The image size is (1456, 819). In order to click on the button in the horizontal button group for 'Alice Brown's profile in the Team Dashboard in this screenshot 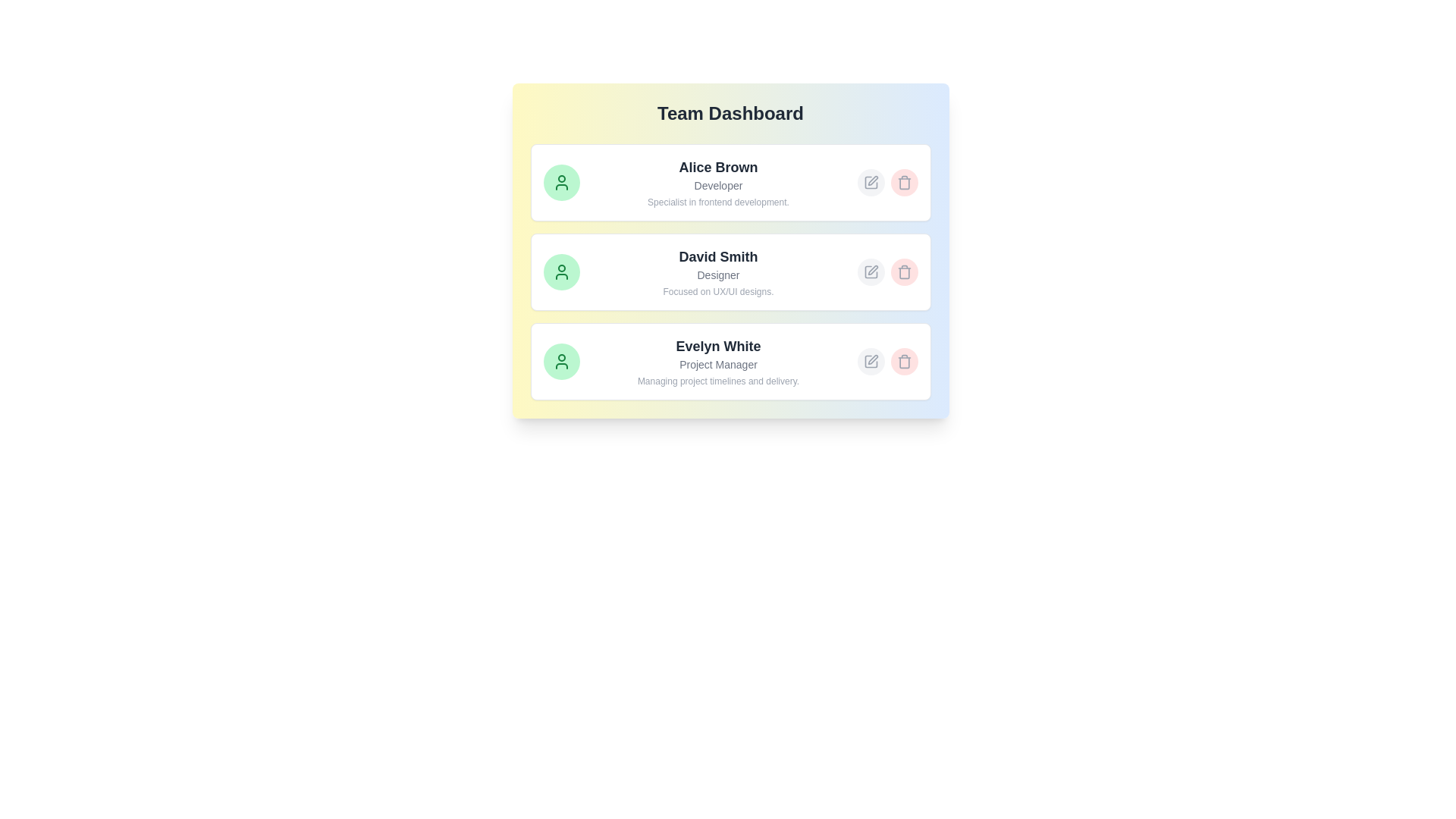, I will do `click(887, 181)`.